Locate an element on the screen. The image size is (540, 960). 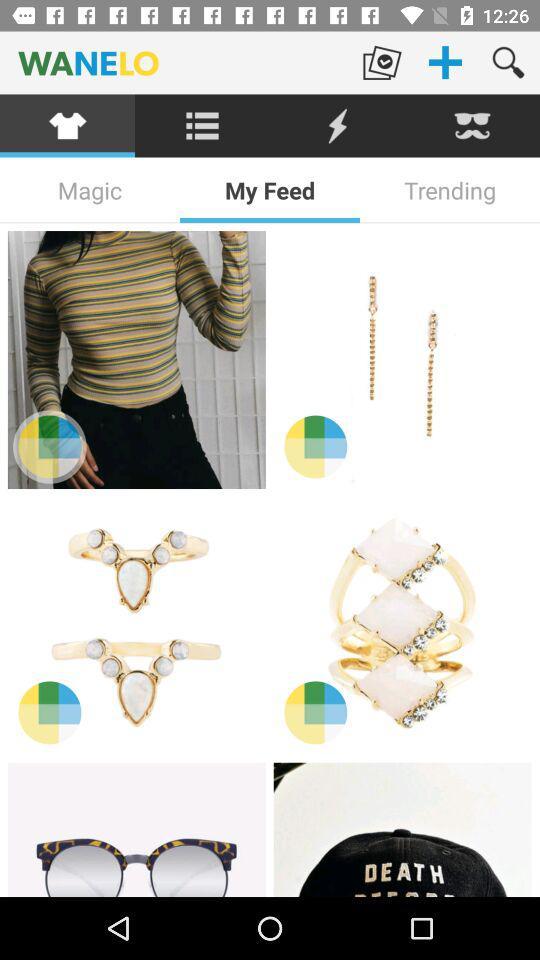
views a product is located at coordinates (402, 360).